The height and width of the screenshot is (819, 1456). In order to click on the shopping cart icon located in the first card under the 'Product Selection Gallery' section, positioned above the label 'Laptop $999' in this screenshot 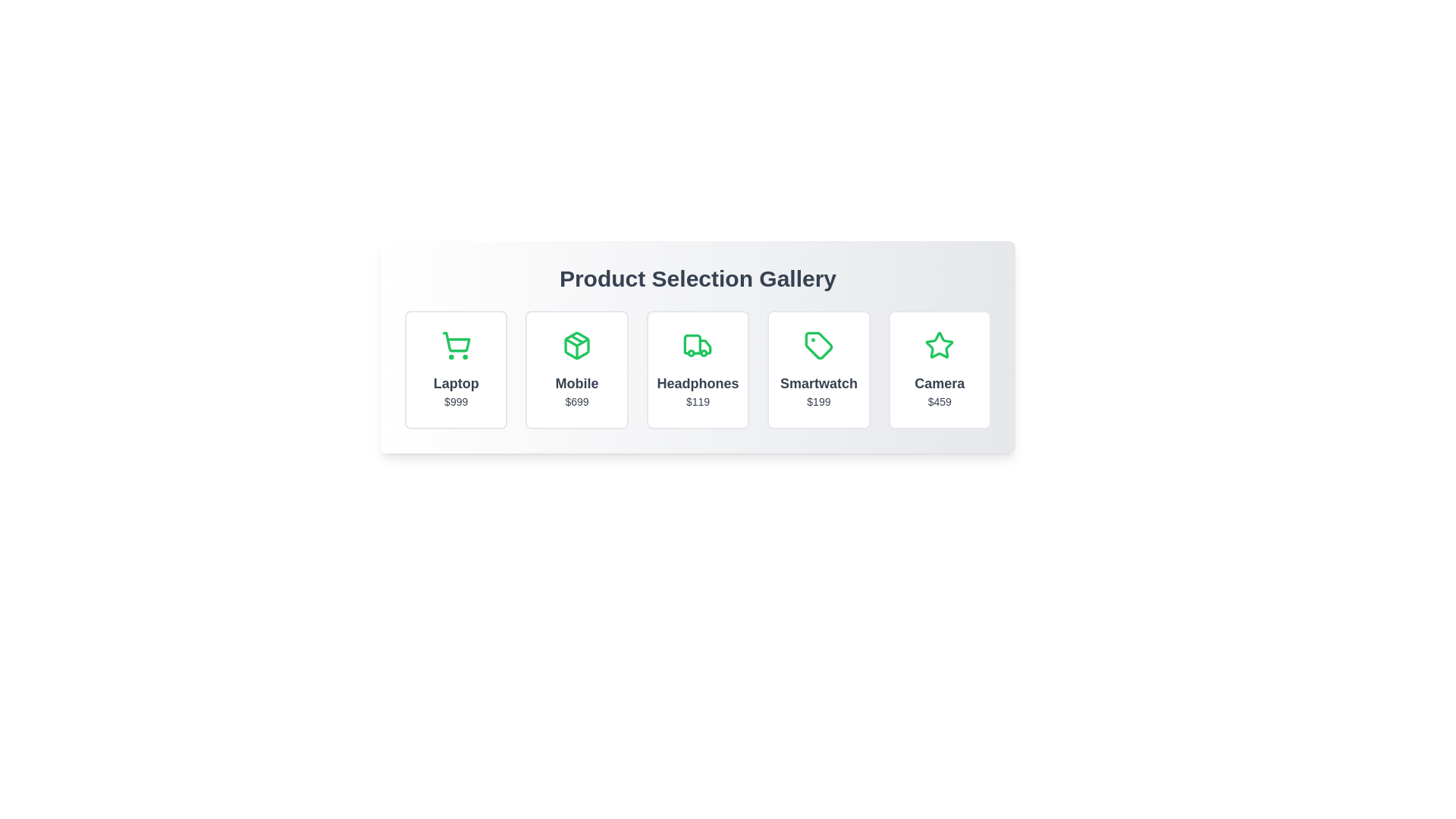, I will do `click(455, 342)`.